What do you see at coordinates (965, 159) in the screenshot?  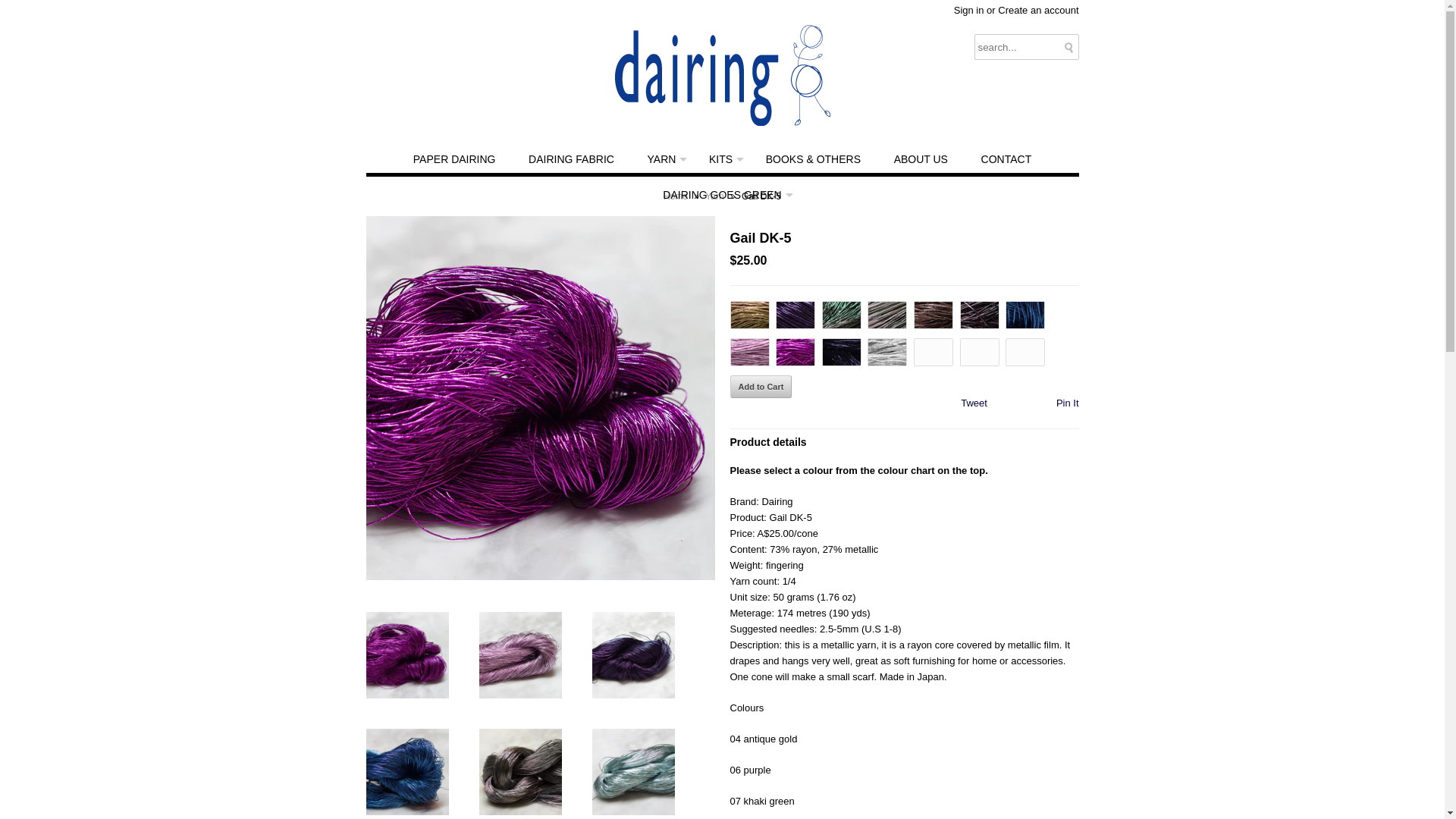 I see `'CONTACT'` at bounding box center [965, 159].